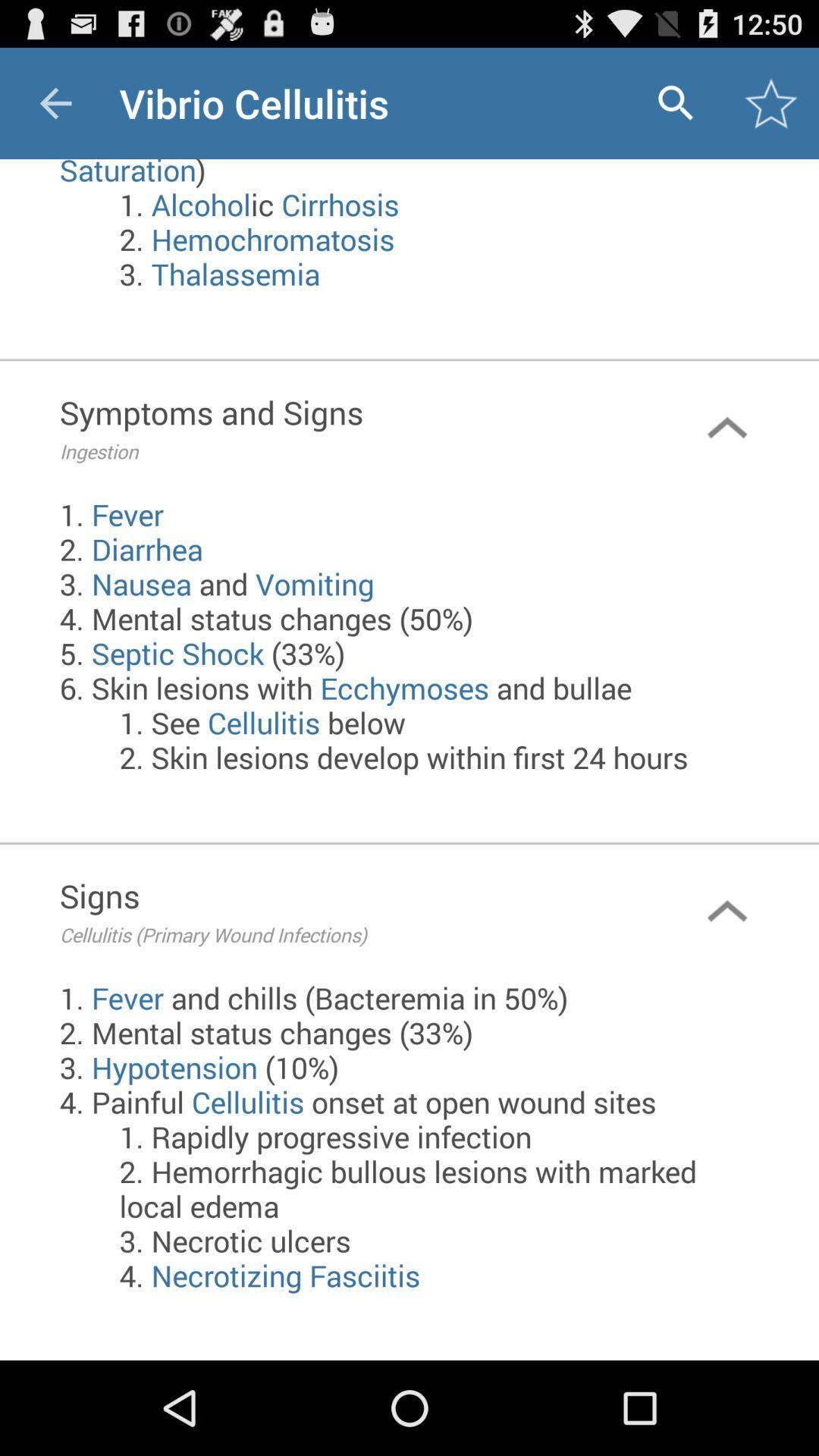  I want to click on the arrow_upward icon, so click(726, 457).